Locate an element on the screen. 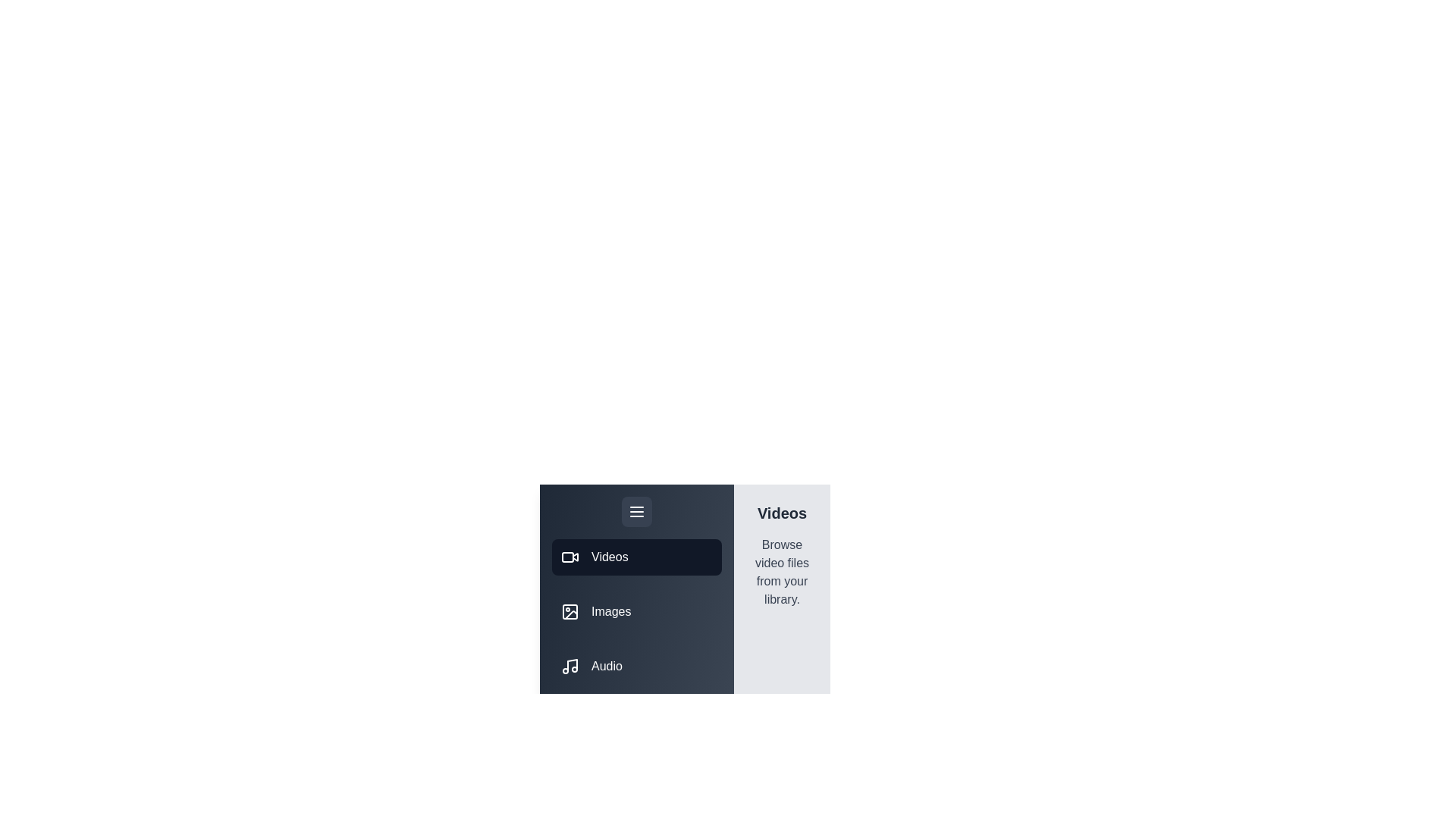 This screenshot has width=1456, height=819. the media option Videos to preview its highlight state is located at coordinates (637, 557).